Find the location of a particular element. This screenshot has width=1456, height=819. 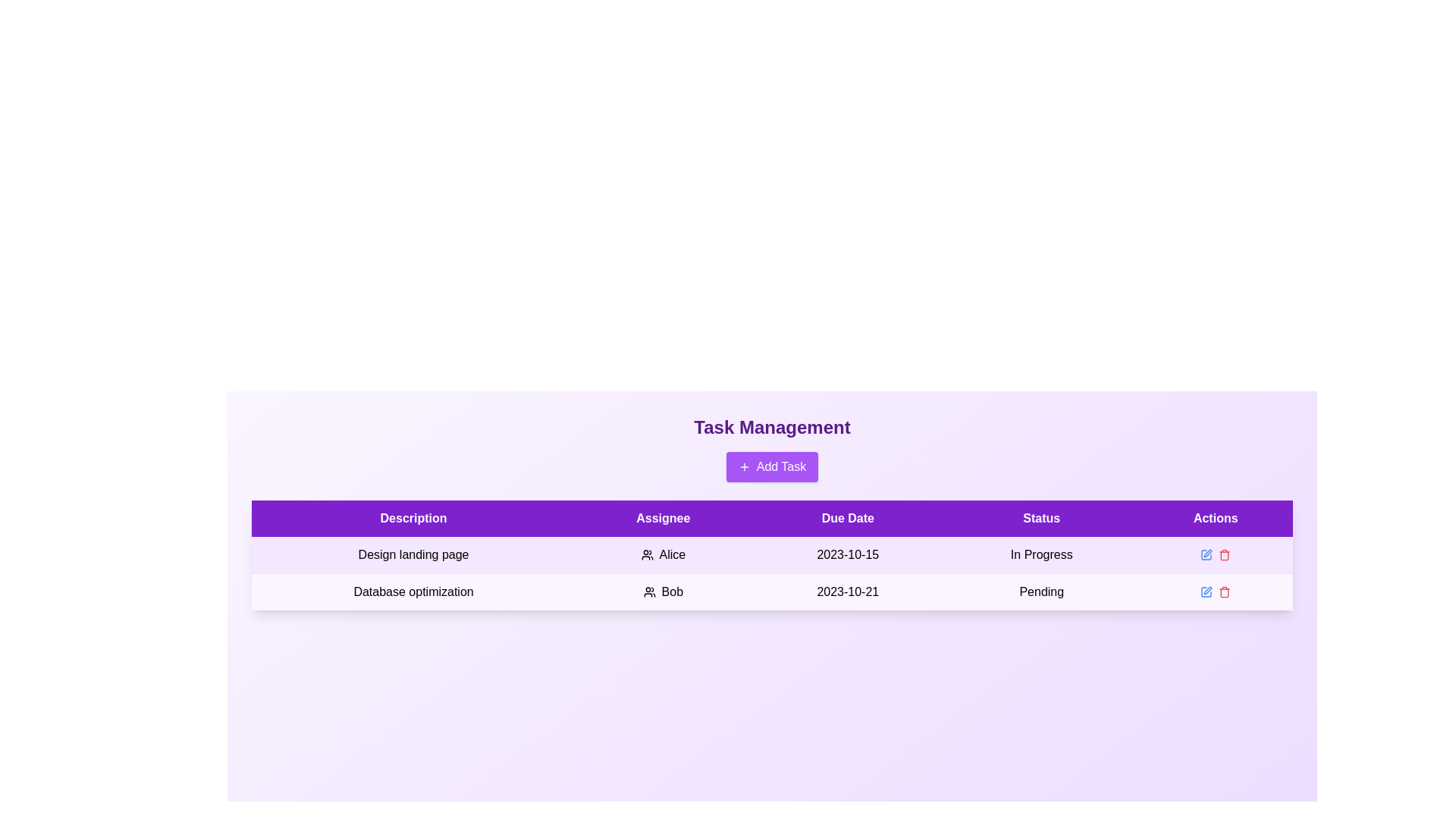

the small outline-style icon resembling two people, located to the left of the text 'Bob' in the 'Assignee' section of the second row of the table is located at coordinates (649, 591).